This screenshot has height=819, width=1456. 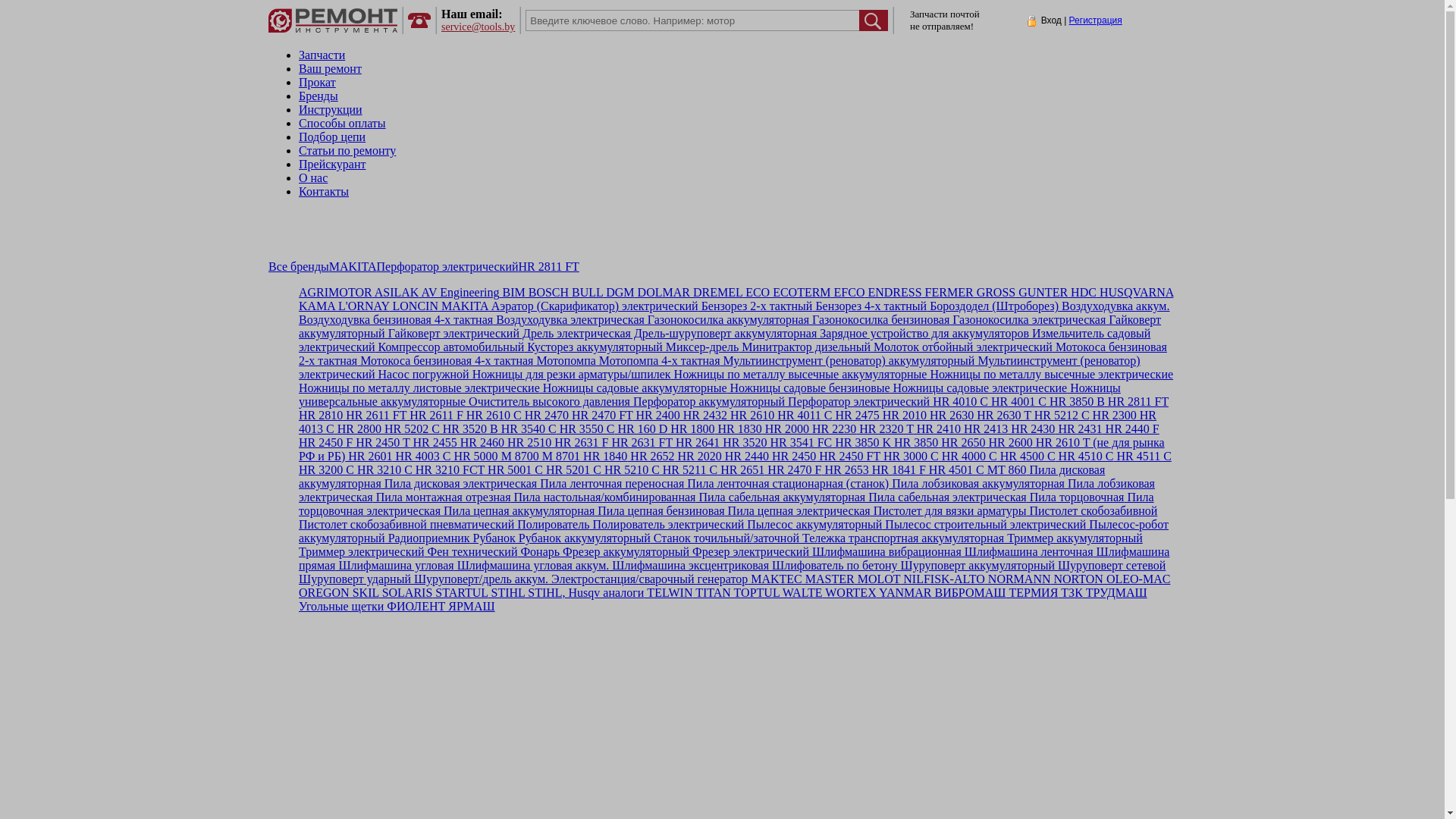 What do you see at coordinates (739, 428) in the screenshot?
I see `'HR 1830'` at bounding box center [739, 428].